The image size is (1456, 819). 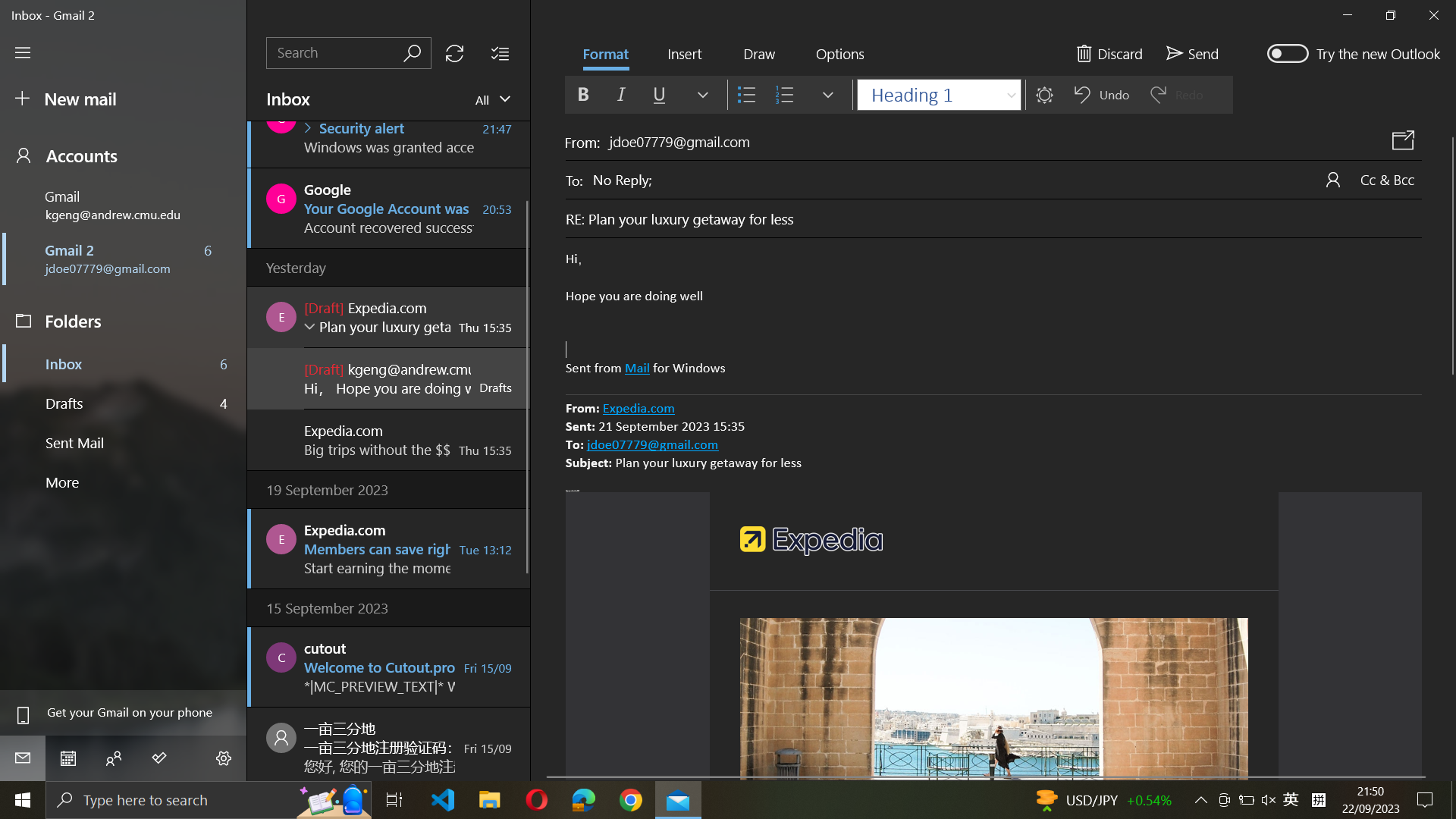 What do you see at coordinates (993, 314) in the screenshot?
I see `and apply underline style to all text in a mail document` at bounding box center [993, 314].